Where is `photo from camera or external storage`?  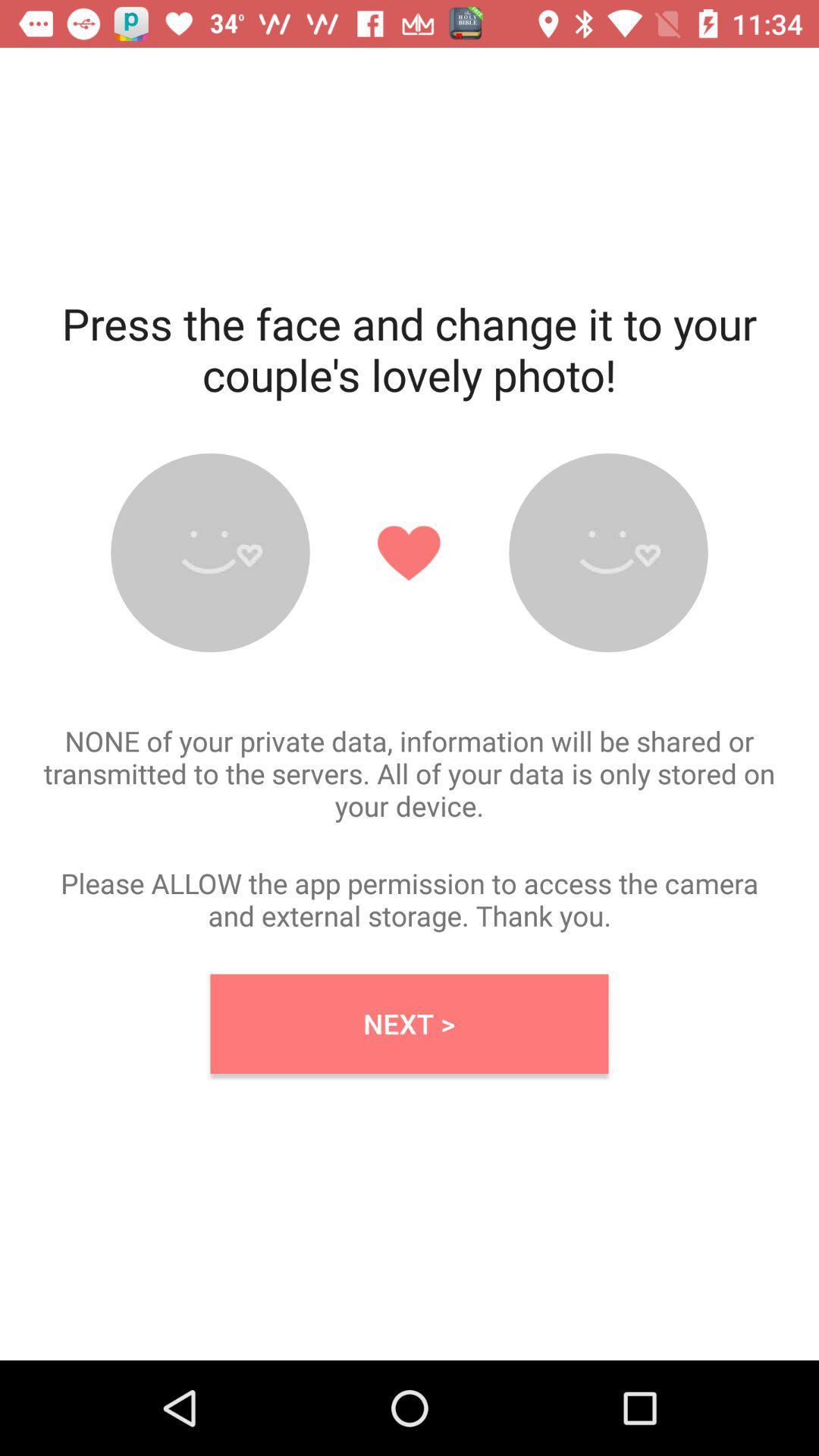
photo from camera or external storage is located at coordinates (210, 552).